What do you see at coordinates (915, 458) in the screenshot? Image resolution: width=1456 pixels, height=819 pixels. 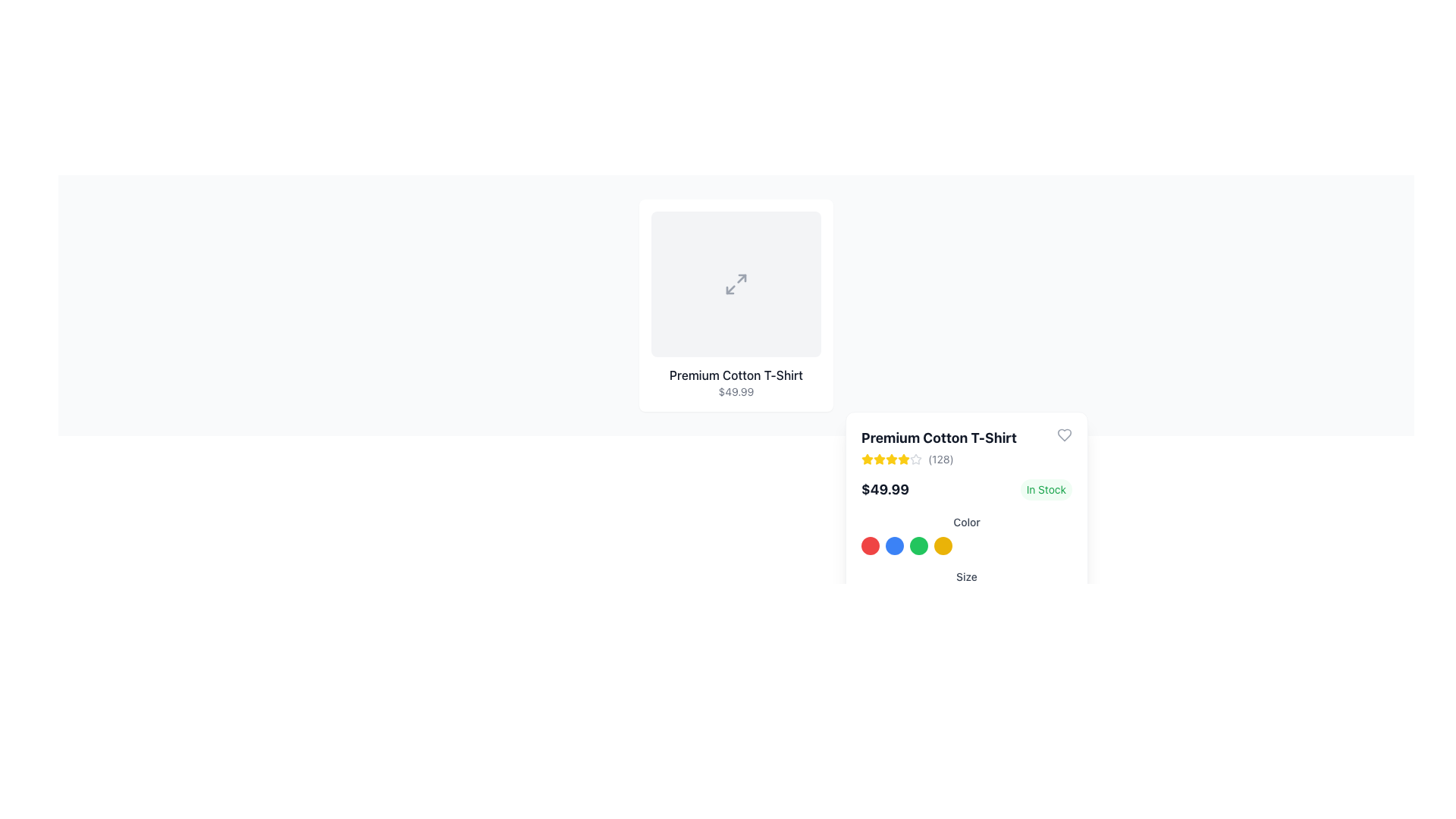 I see `the fifth star icon in the rating component to assign a rating` at bounding box center [915, 458].